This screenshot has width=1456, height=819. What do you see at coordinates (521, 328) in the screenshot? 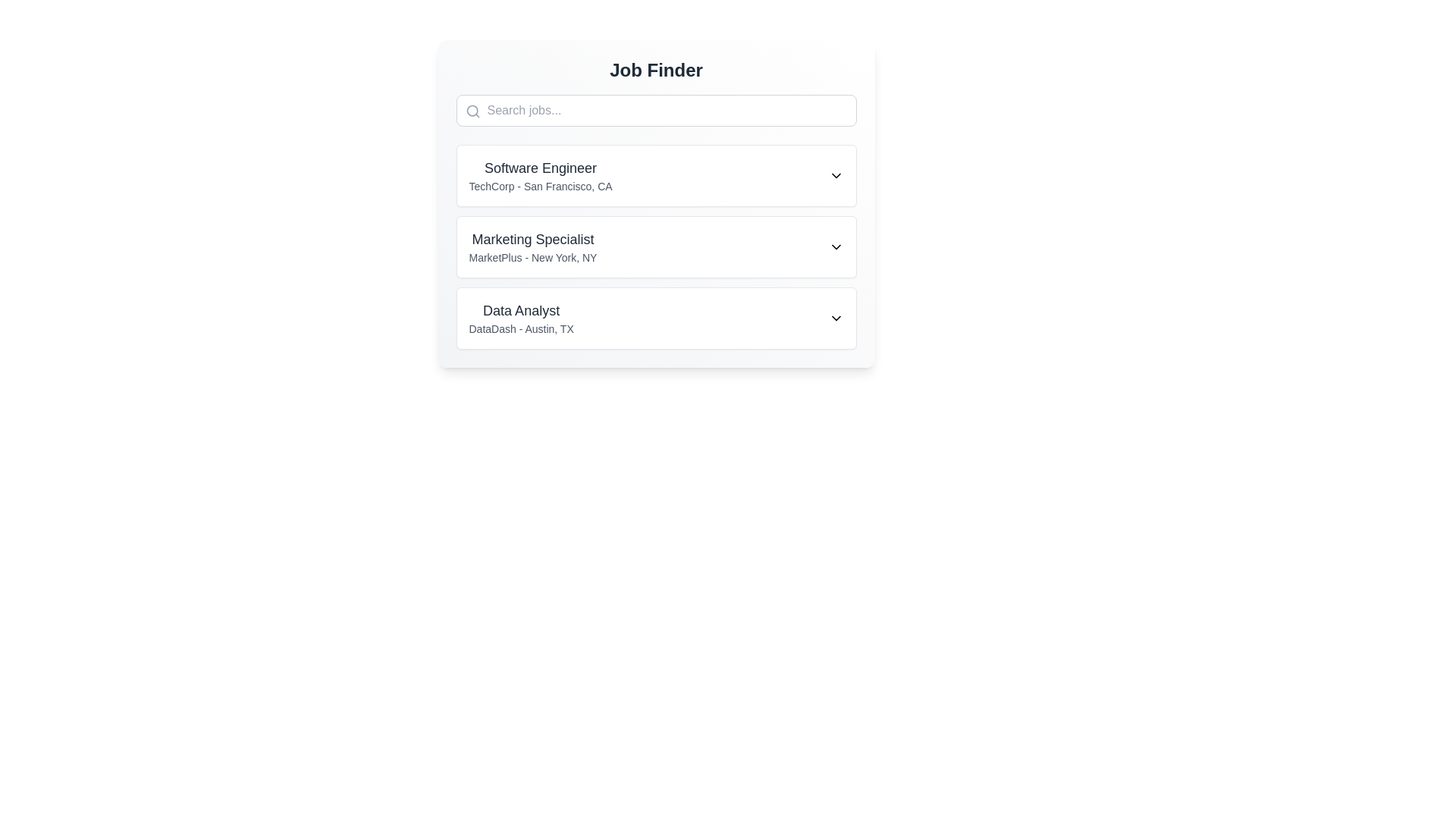
I see `the text element that provides additional details about the job title, specifically the employer's name and location, located directly below the 'Data Analyst' title` at bounding box center [521, 328].